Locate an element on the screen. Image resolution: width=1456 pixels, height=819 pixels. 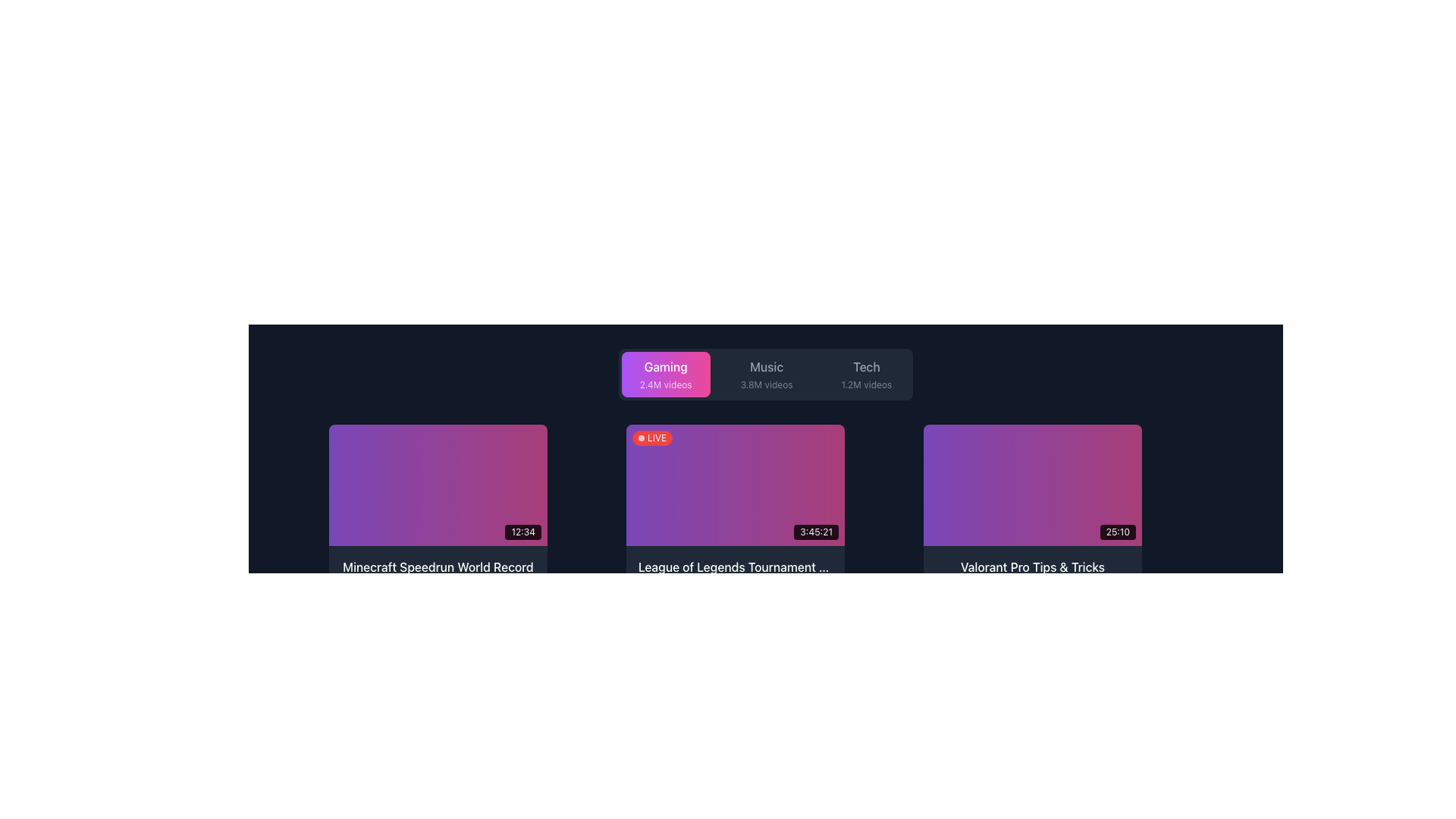
the title text element located in the bottom section of the video item card, positioned below the video thumbnail is located at coordinates (1032, 578).